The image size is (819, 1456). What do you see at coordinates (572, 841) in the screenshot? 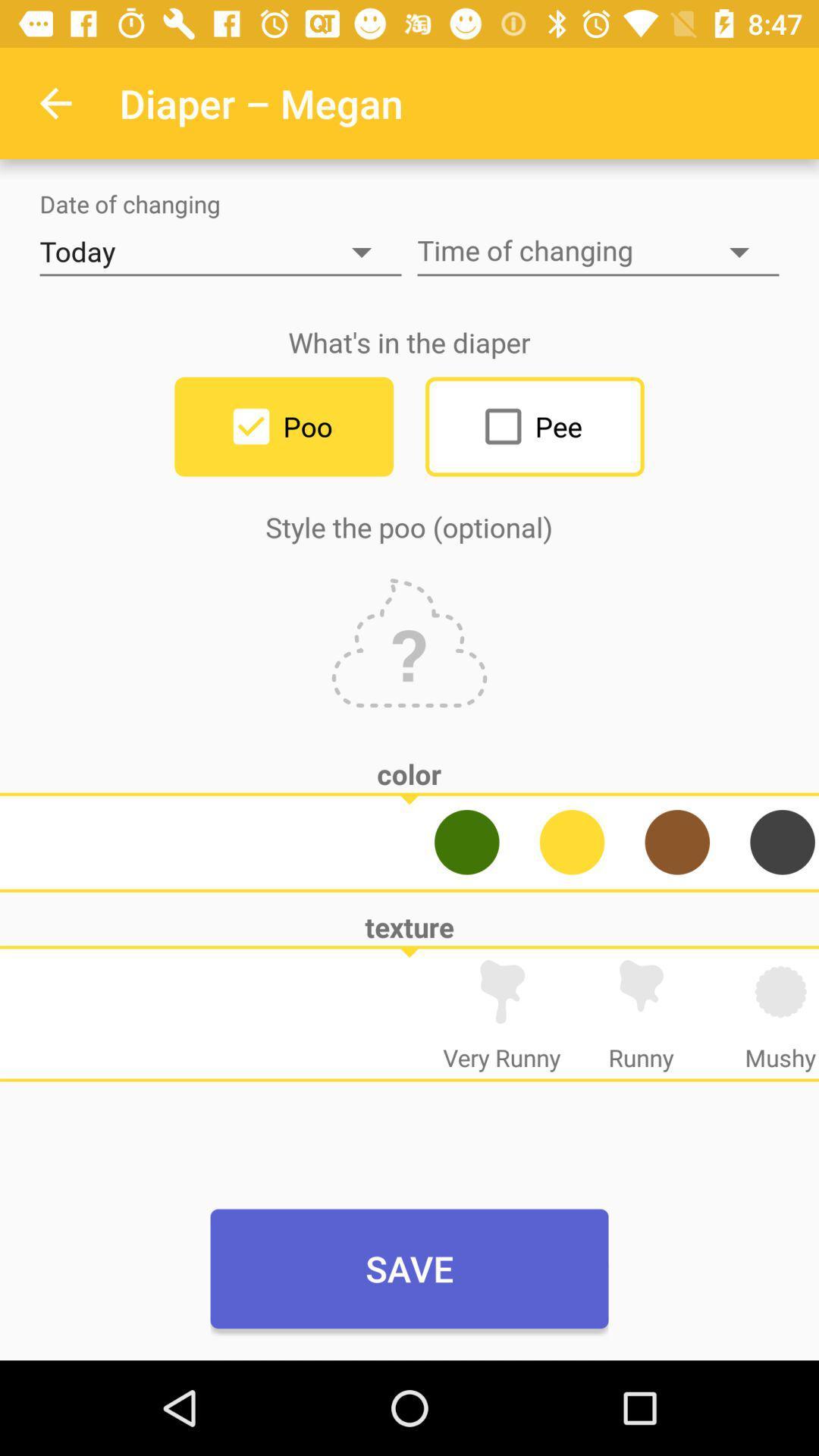
I see `change the color` at bounding box center [572, 841].